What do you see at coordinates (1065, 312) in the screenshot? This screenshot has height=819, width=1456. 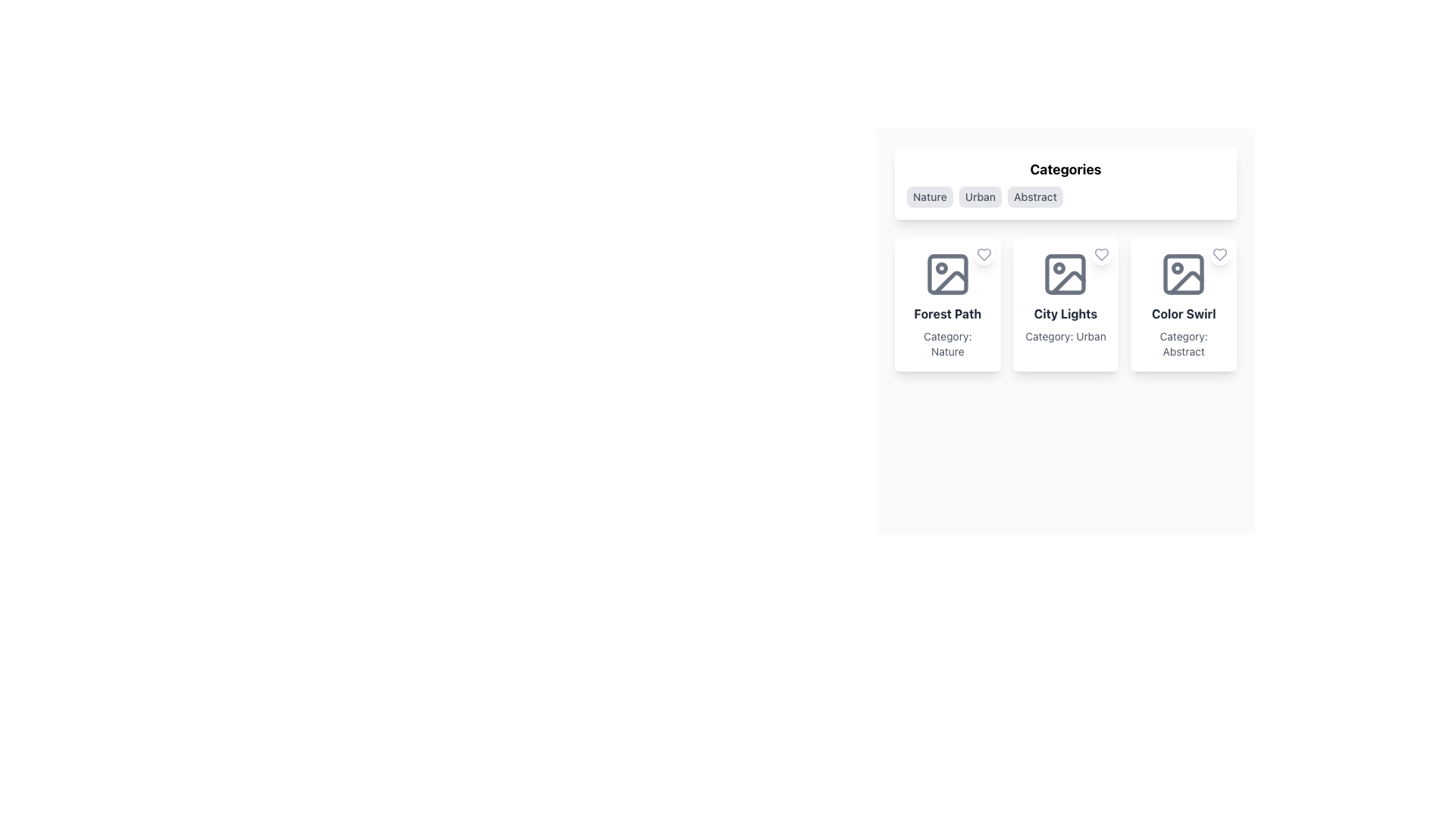 I see `the 'City Lights' text label in the second card under the 'Categories' heading` at bounding box center [1065, 312].